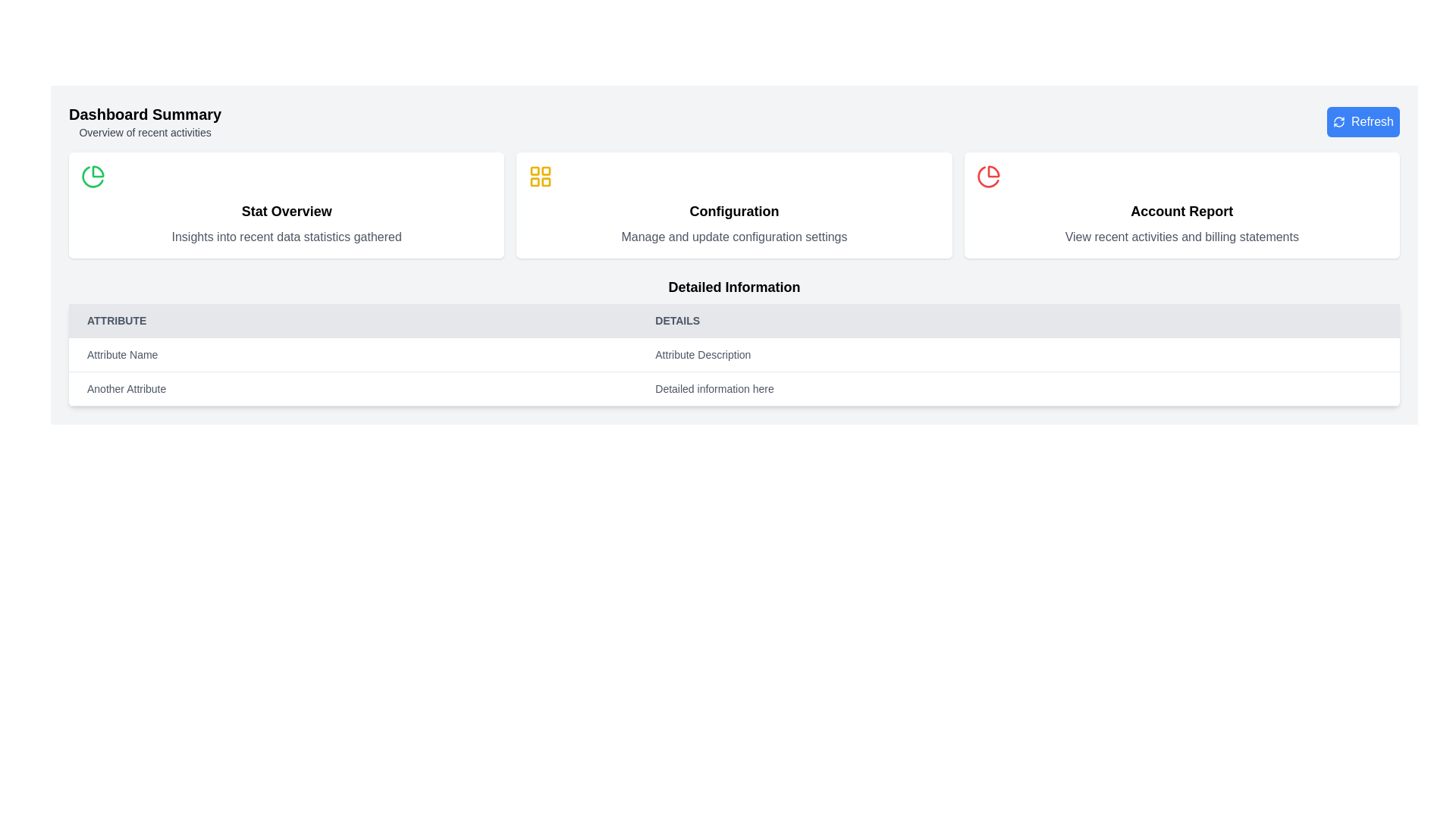 This screenshot has width=1456, height=819. I want to click on the descriptive subtitle text label for the 'Configuration' section located in the middle card of the interface, positioned below the text 'Configuration', so click(734, 237).